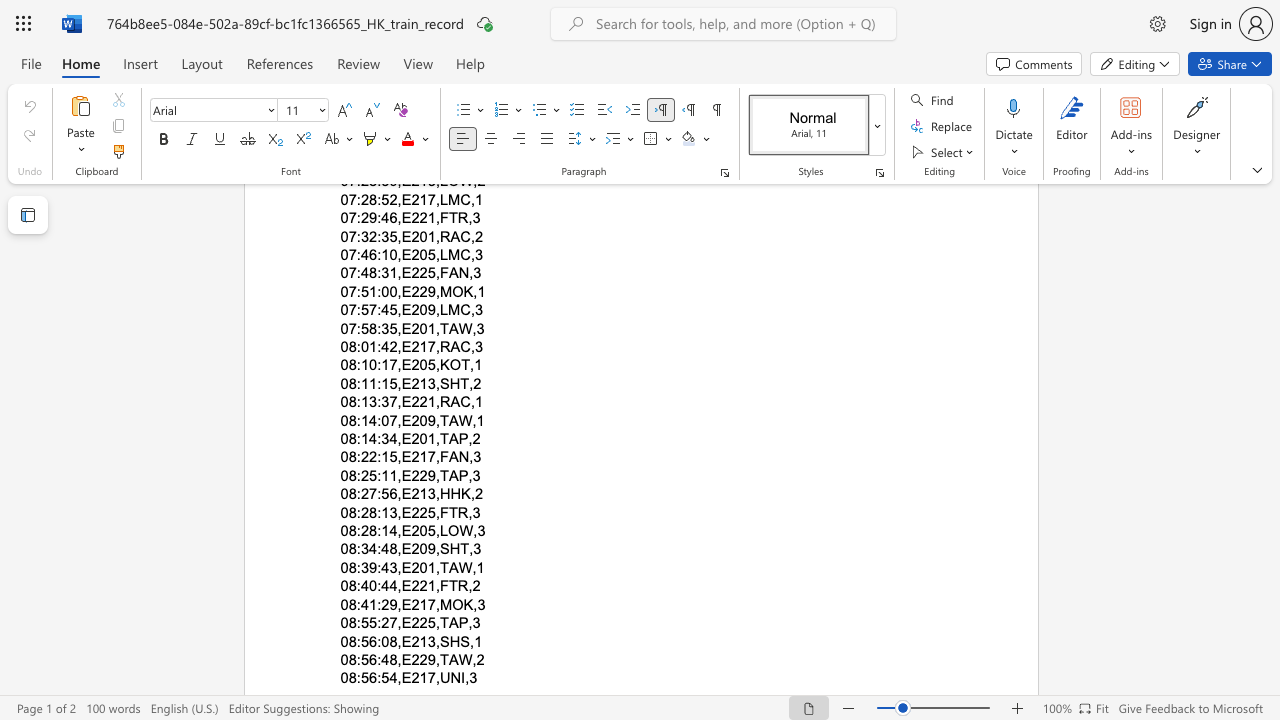 This screenshot has height=720, width=1280. What do you see at coordinates (356, 622) in the screenshot?
I see `the subset text ":55:27,E225,T" within the text "08:55:27,E225,TAP,3"` at bounding box center [356, 622].